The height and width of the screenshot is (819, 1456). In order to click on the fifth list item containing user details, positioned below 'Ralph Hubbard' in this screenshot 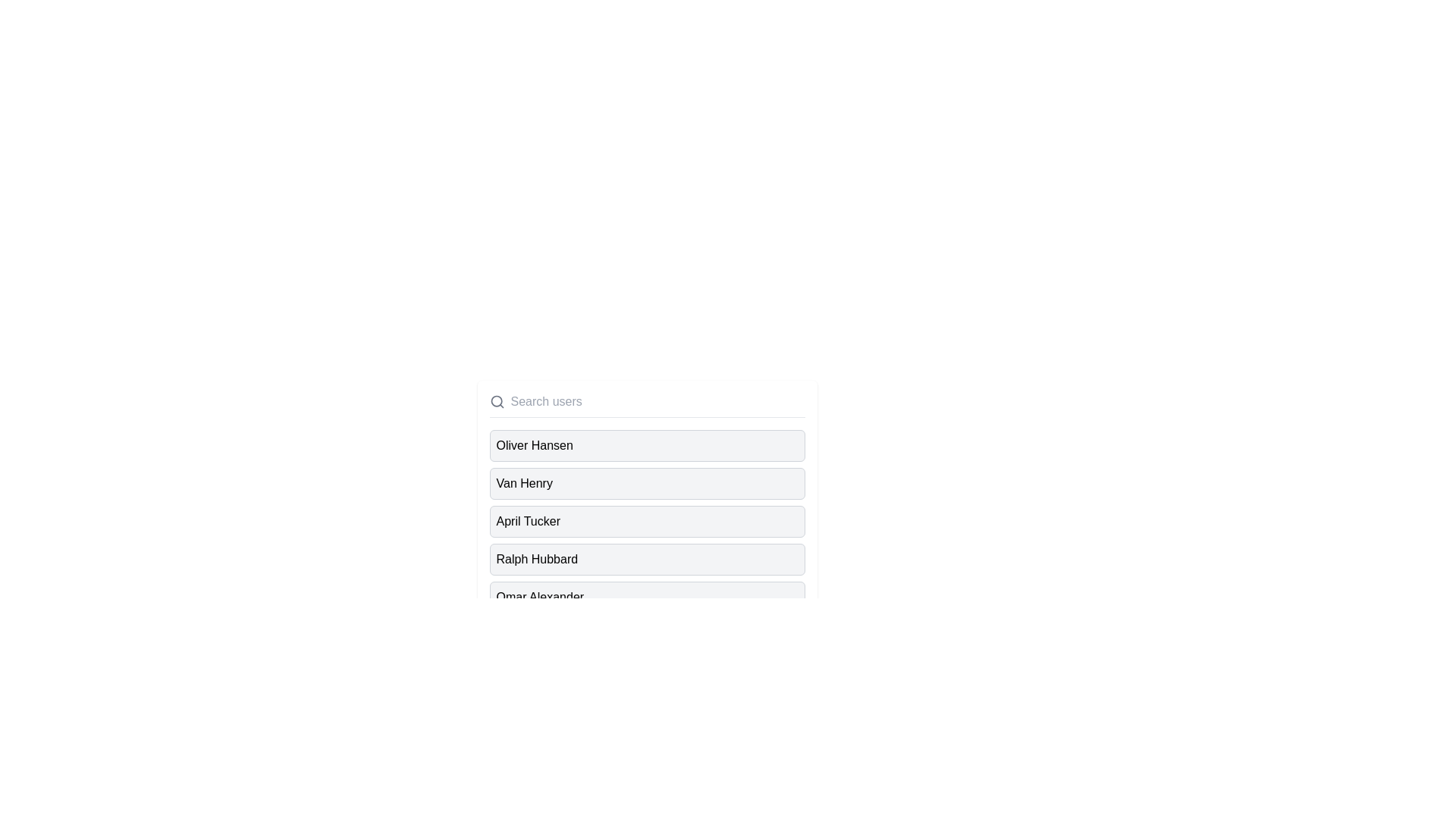, I will do `click(540, 596)`.